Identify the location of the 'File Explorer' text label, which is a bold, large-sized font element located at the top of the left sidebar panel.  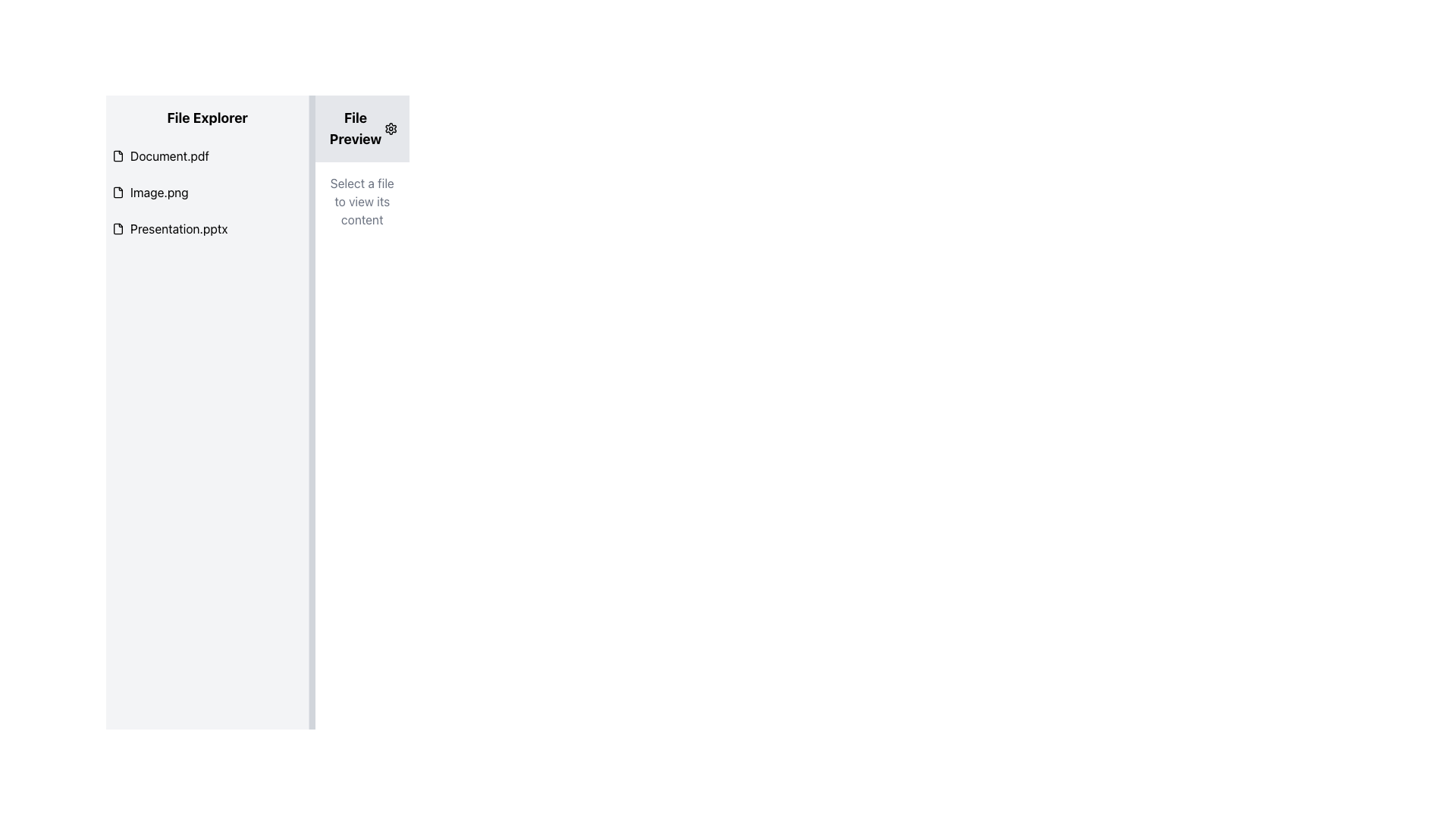
(206, 117).